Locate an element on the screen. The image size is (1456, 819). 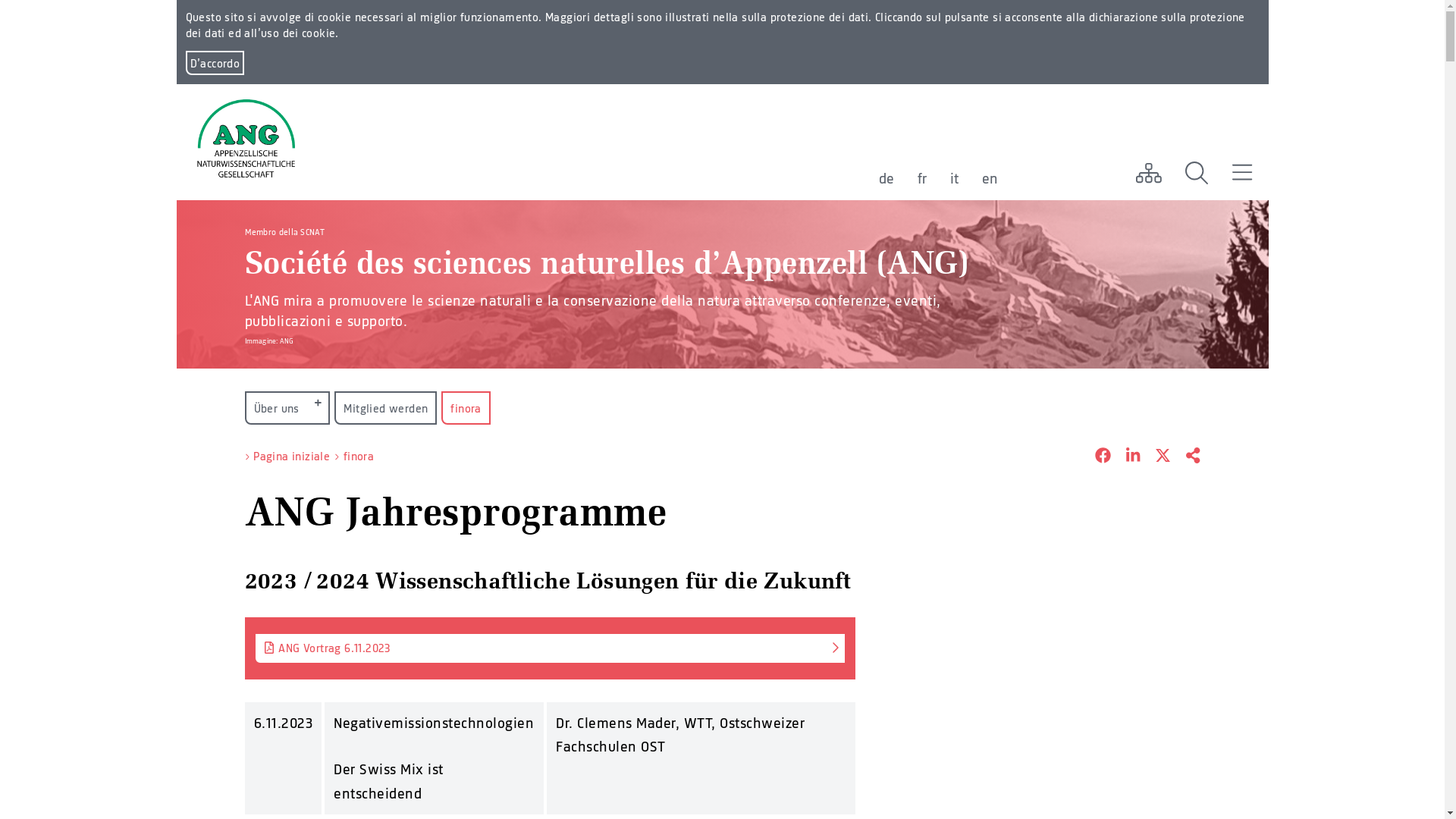
'Pagina iniziale' is located at coordinates (291, 455).